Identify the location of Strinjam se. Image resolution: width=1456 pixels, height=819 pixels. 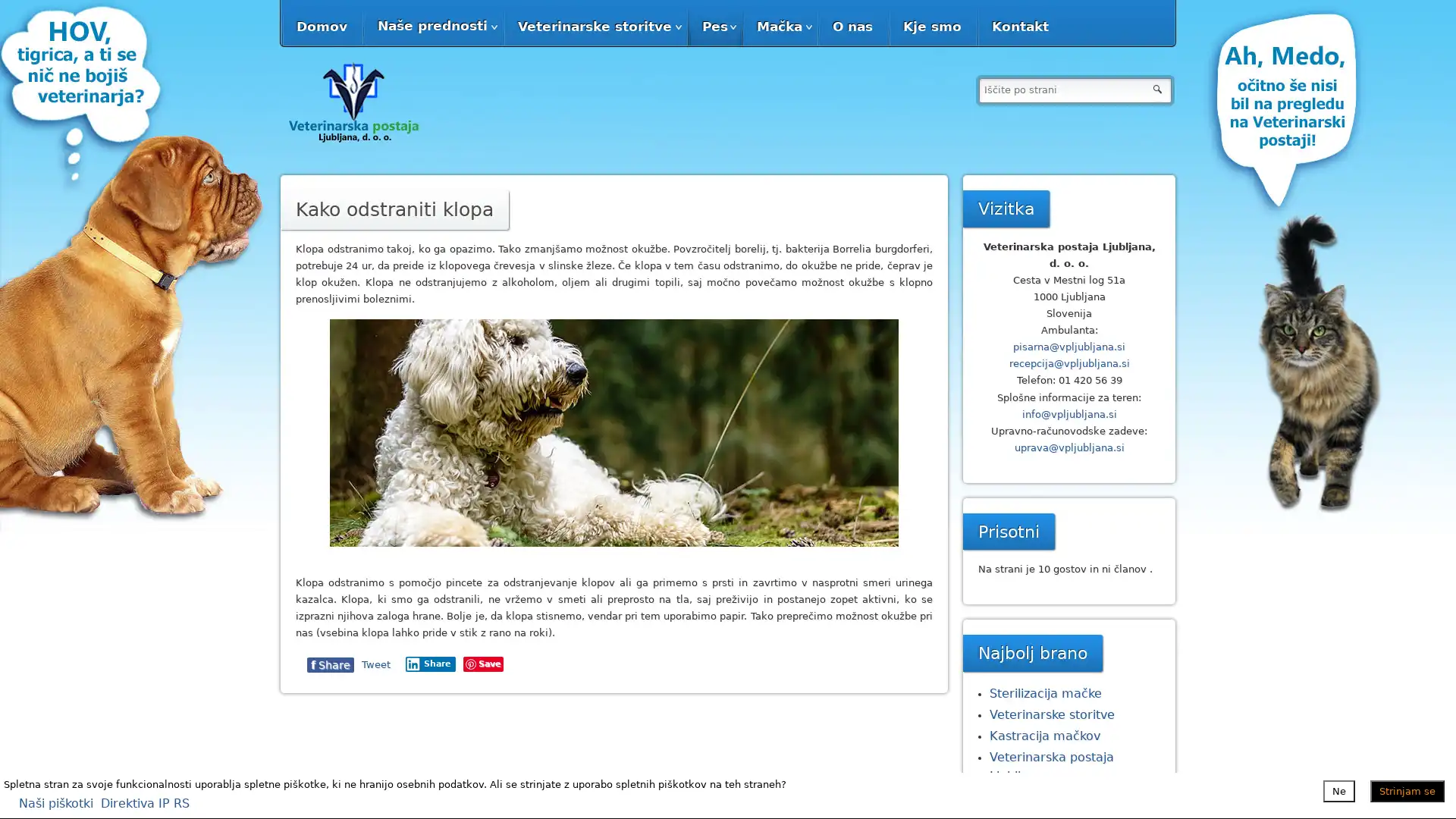
(1407, 789).